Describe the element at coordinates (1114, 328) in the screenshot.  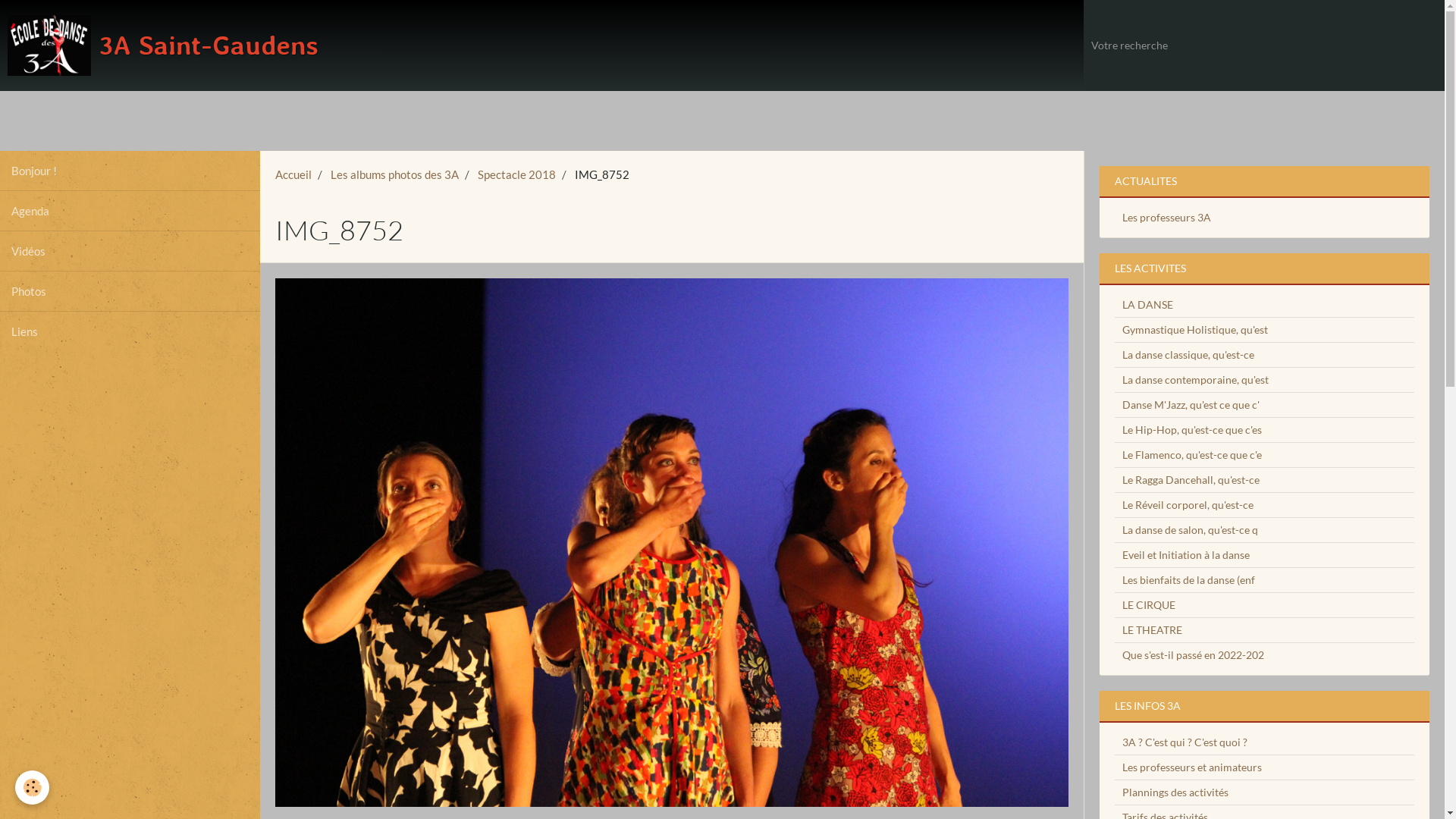
I see `'Gymnastique Holistique, qu'est'` at that location.